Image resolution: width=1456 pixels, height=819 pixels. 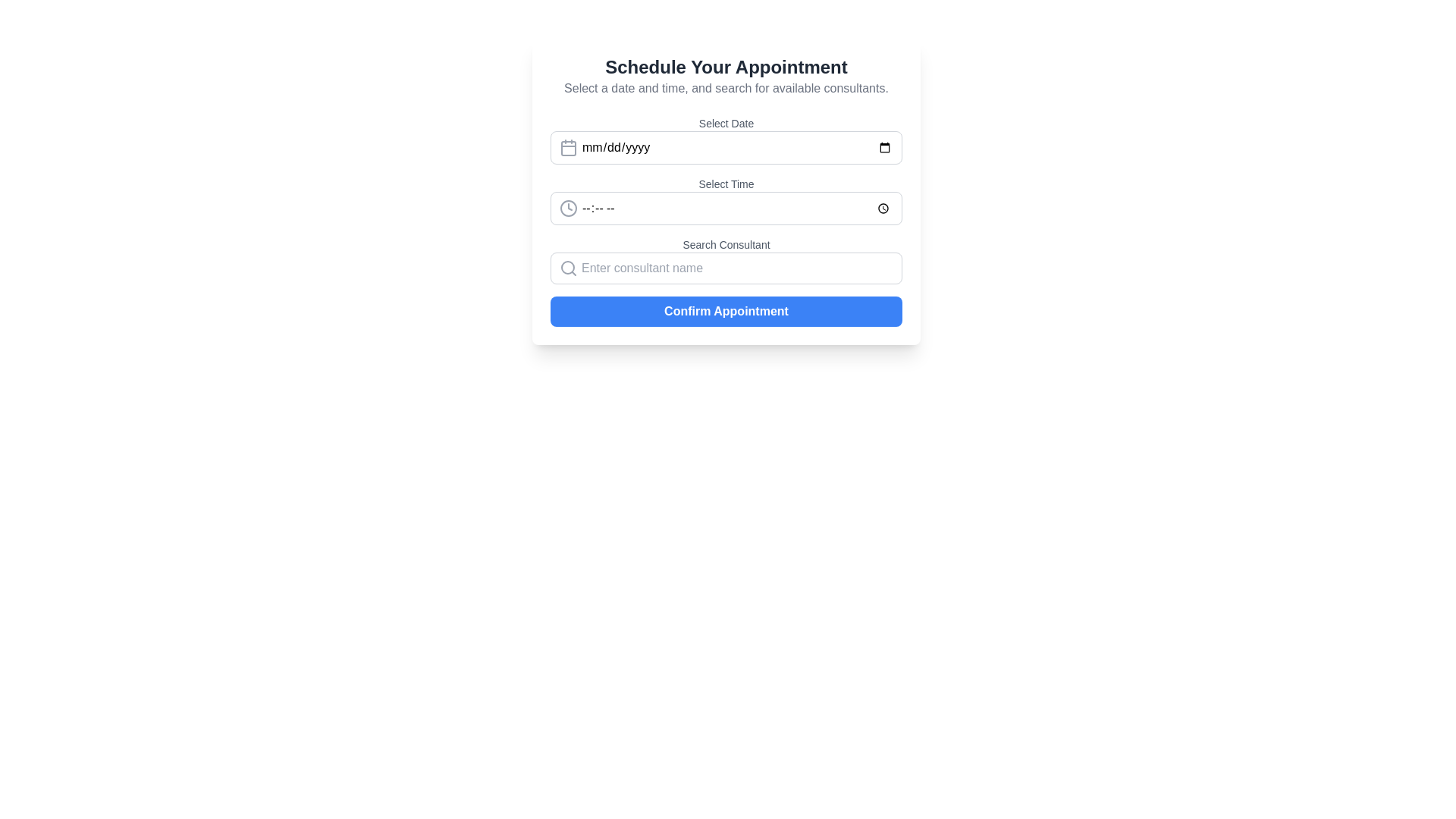 I want to click on the instructional text label that guides users on selecting a date and time for their appointment, located below the heading 'Schedule Your Appointment', so click(x=726, y=88).